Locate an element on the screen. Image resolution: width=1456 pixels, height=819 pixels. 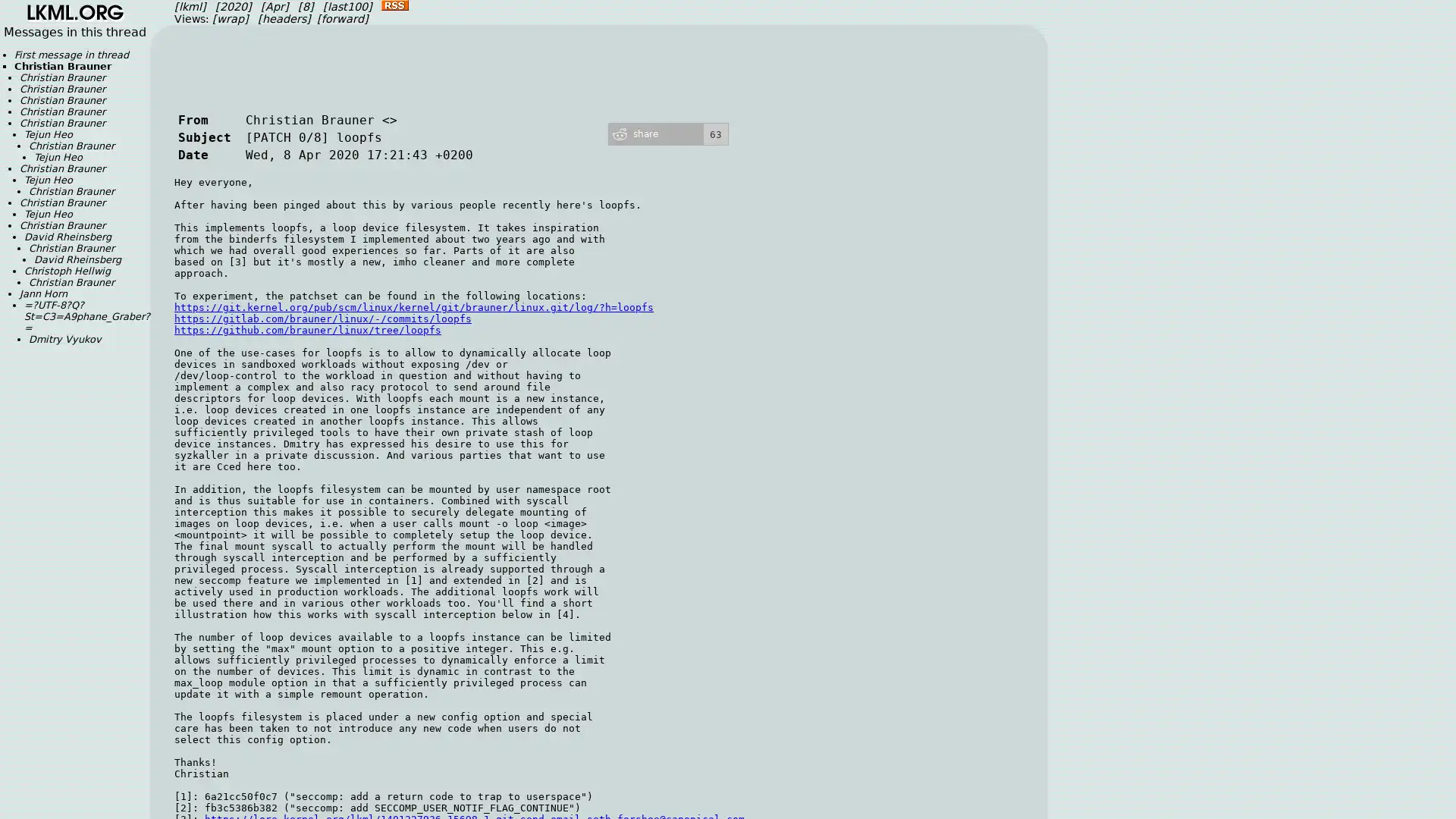
Share on Reddit is located at coordinates (667, 133).